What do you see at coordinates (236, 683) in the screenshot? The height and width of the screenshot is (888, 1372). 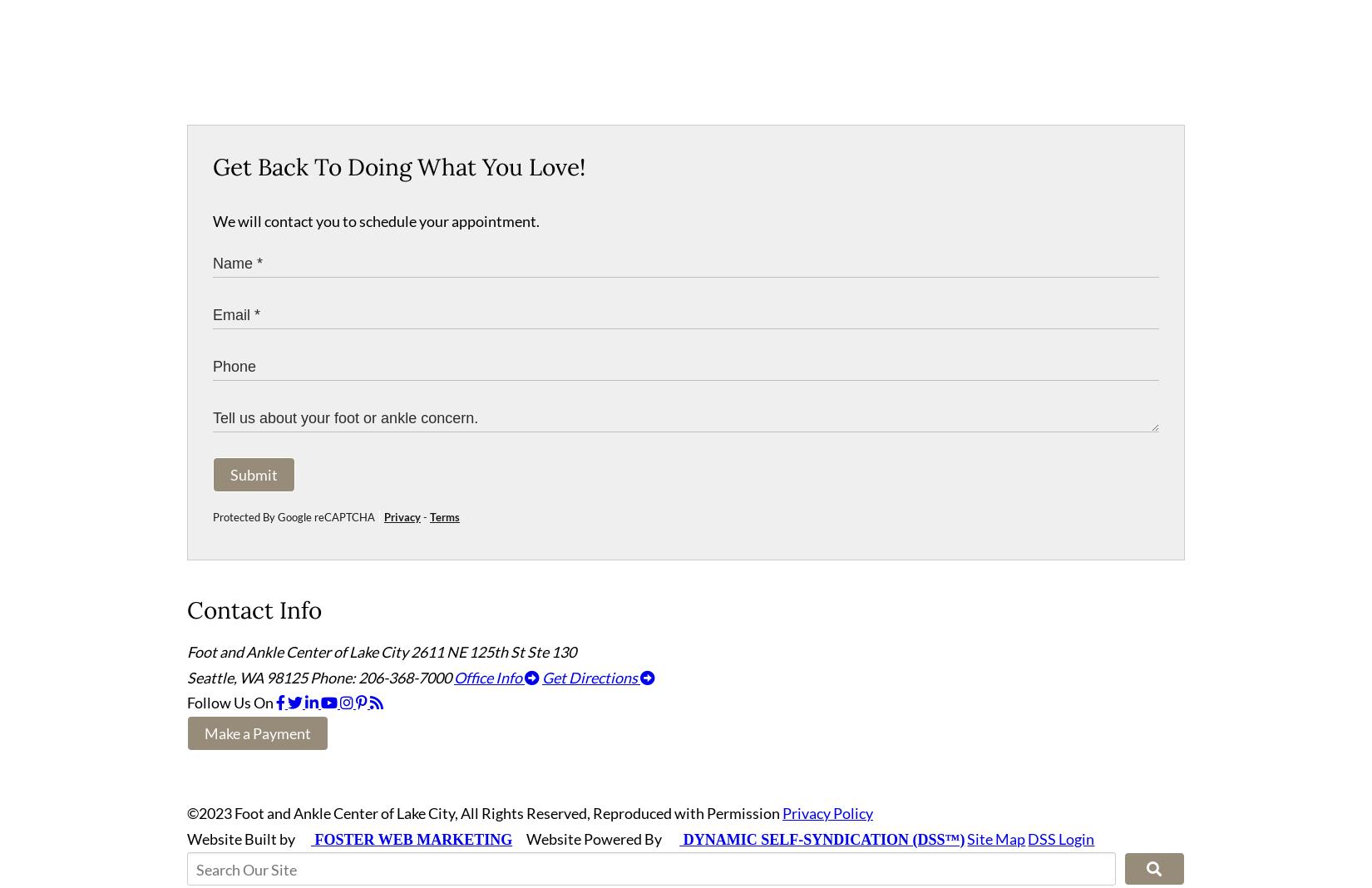 I see `','` at bounding box center [236, 683].